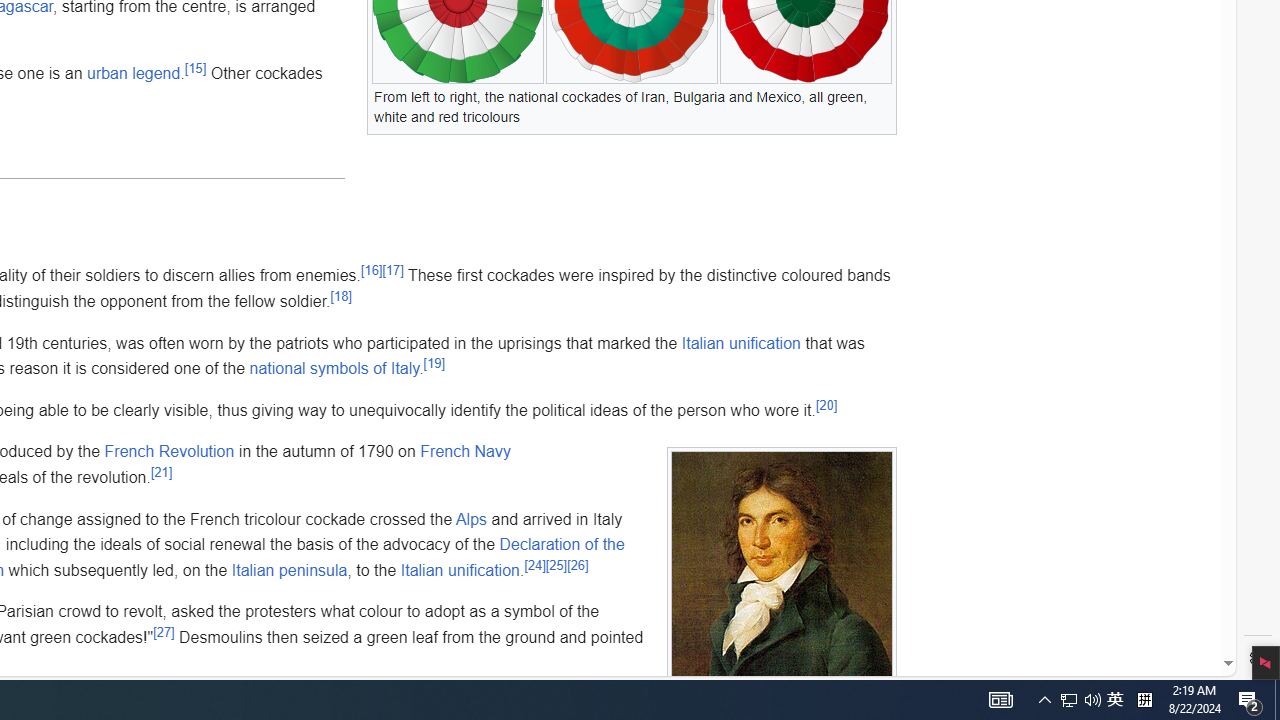 This screenshot has width=1280, height=720. What do you see at coordinates (826, 405) in the screenshot?
I see `'[20]'` at bounding box center [826, 405].